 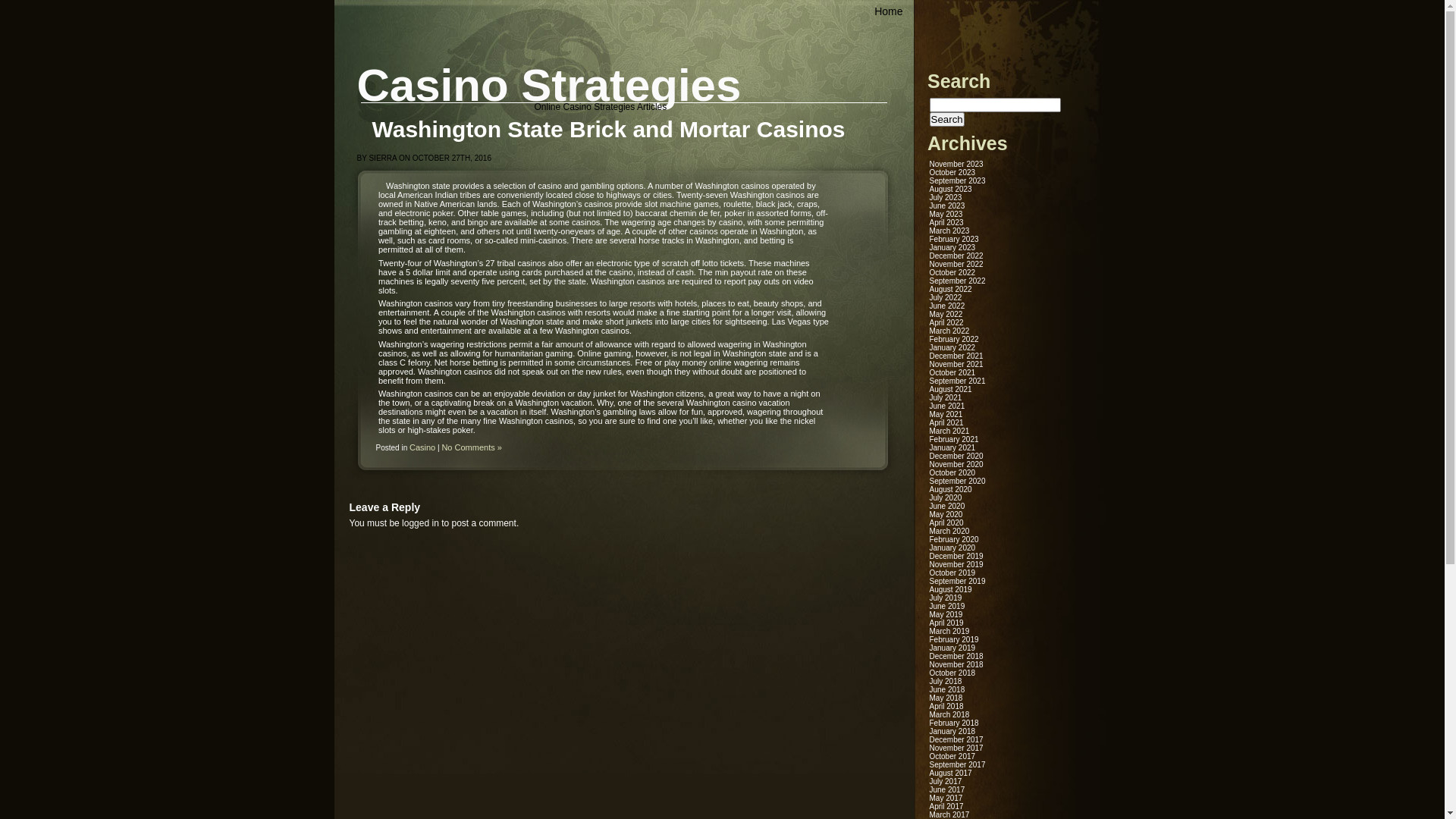 What do you see at coordinates (946, 313) in the screenshot?
I see `'May 2022'` at bounding box center [946, 313].